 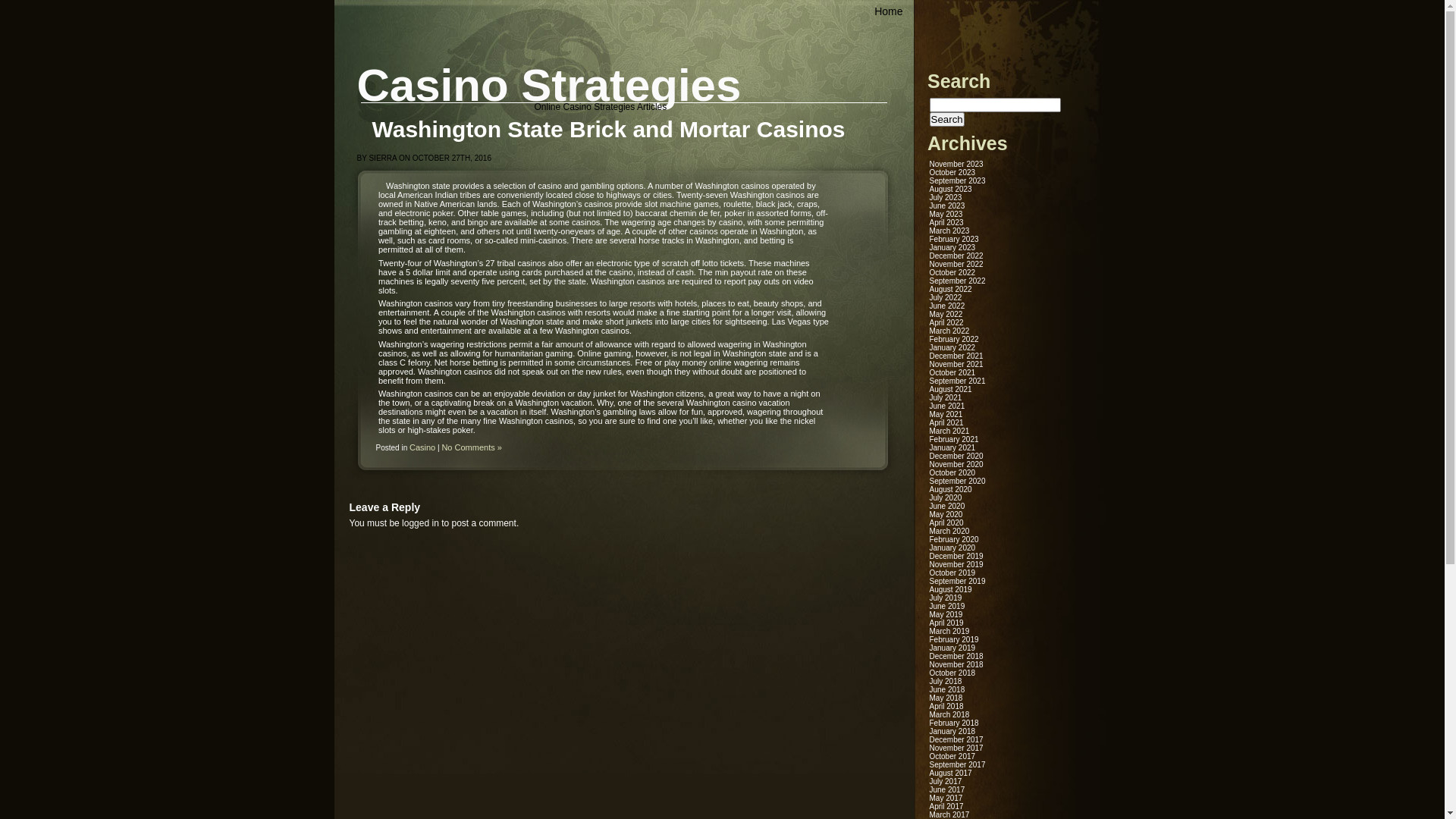 What do you see at coordinates (946, 313) in the screenshot?
I see `'May 2022'` at bounding box center [946, 313].